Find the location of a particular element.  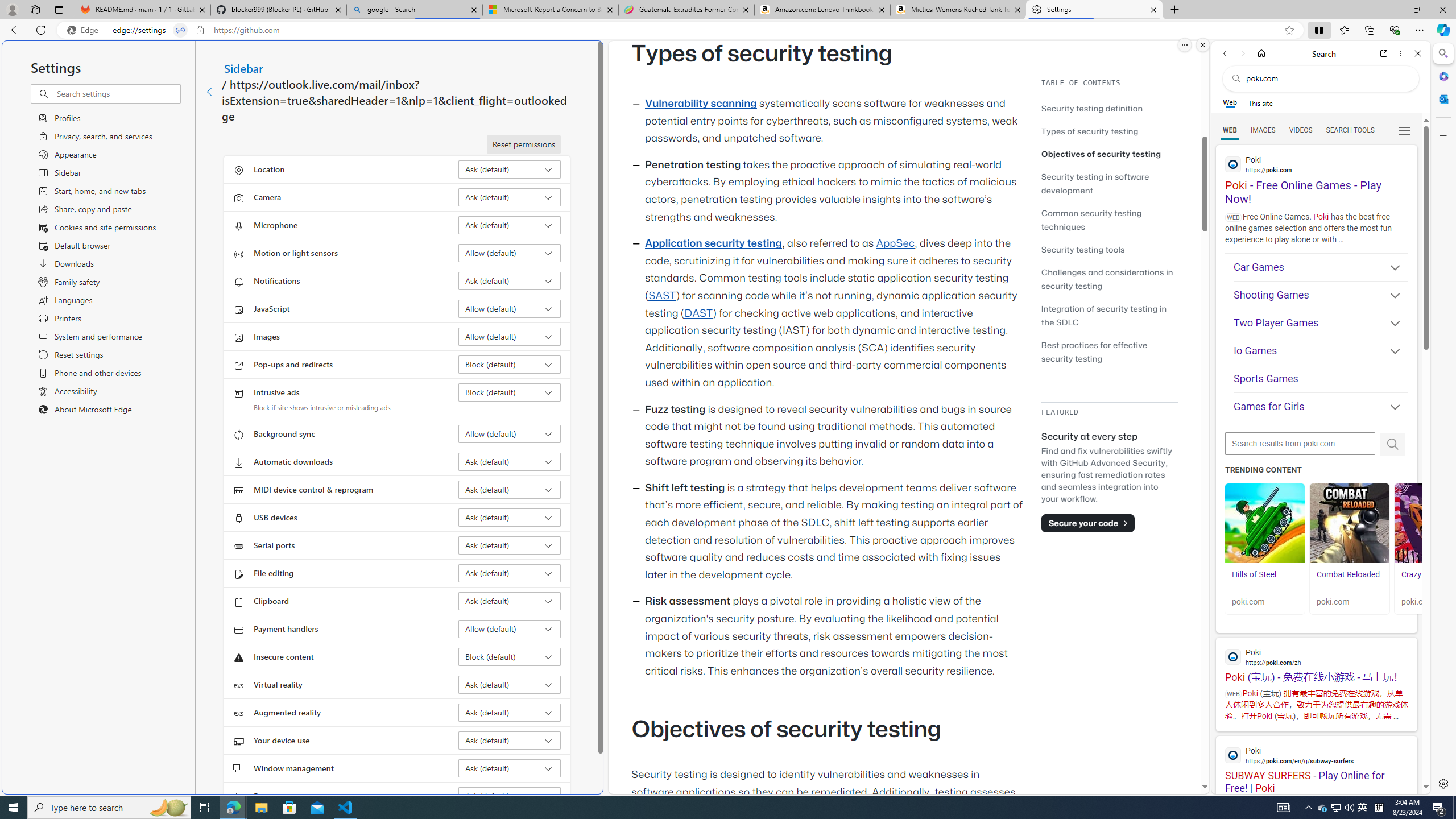

'Background sync Allow (default)' is located at coordinates (510, 433).